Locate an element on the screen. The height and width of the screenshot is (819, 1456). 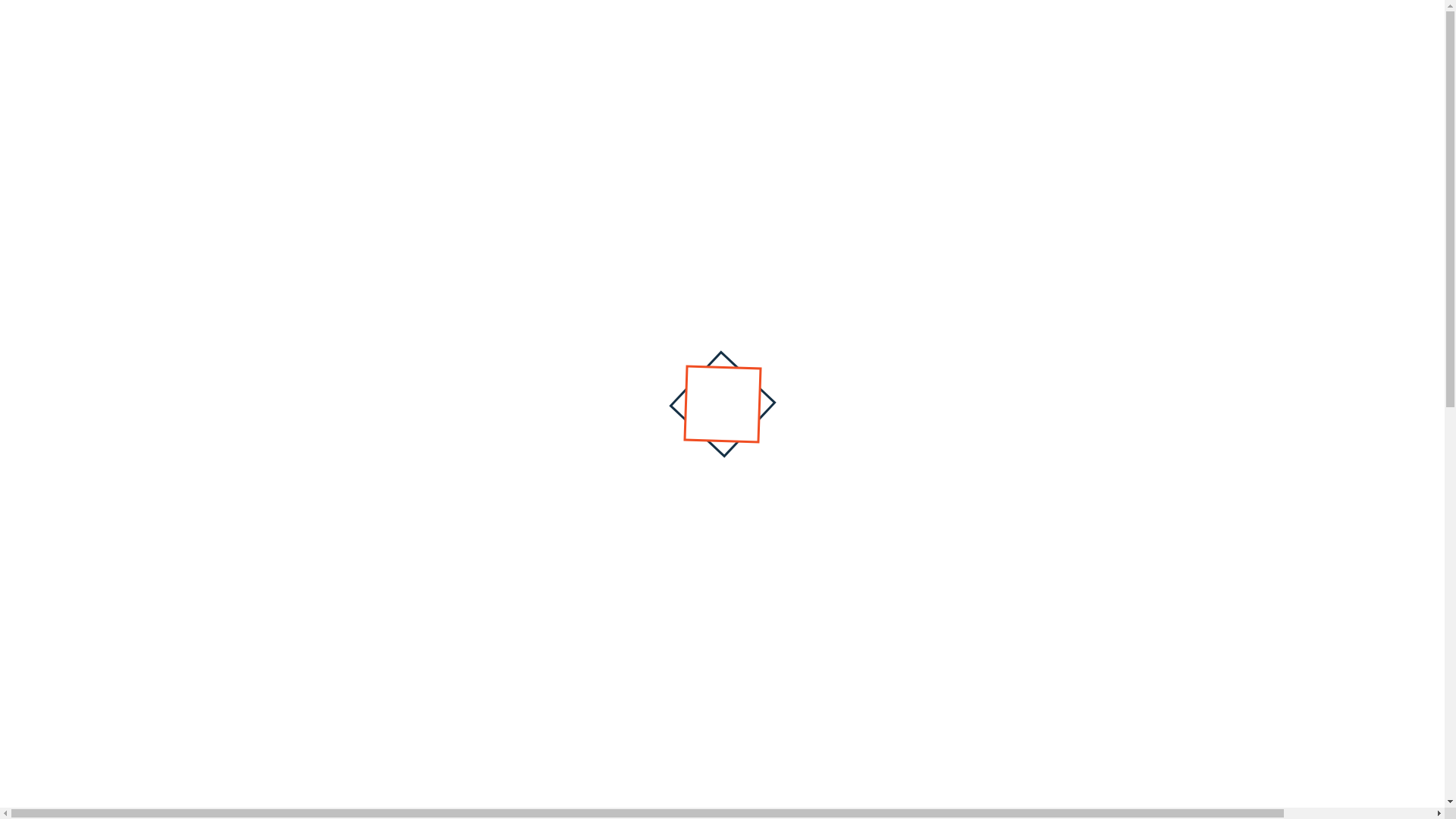
'Log in' is located at coordinates (1151, 13).